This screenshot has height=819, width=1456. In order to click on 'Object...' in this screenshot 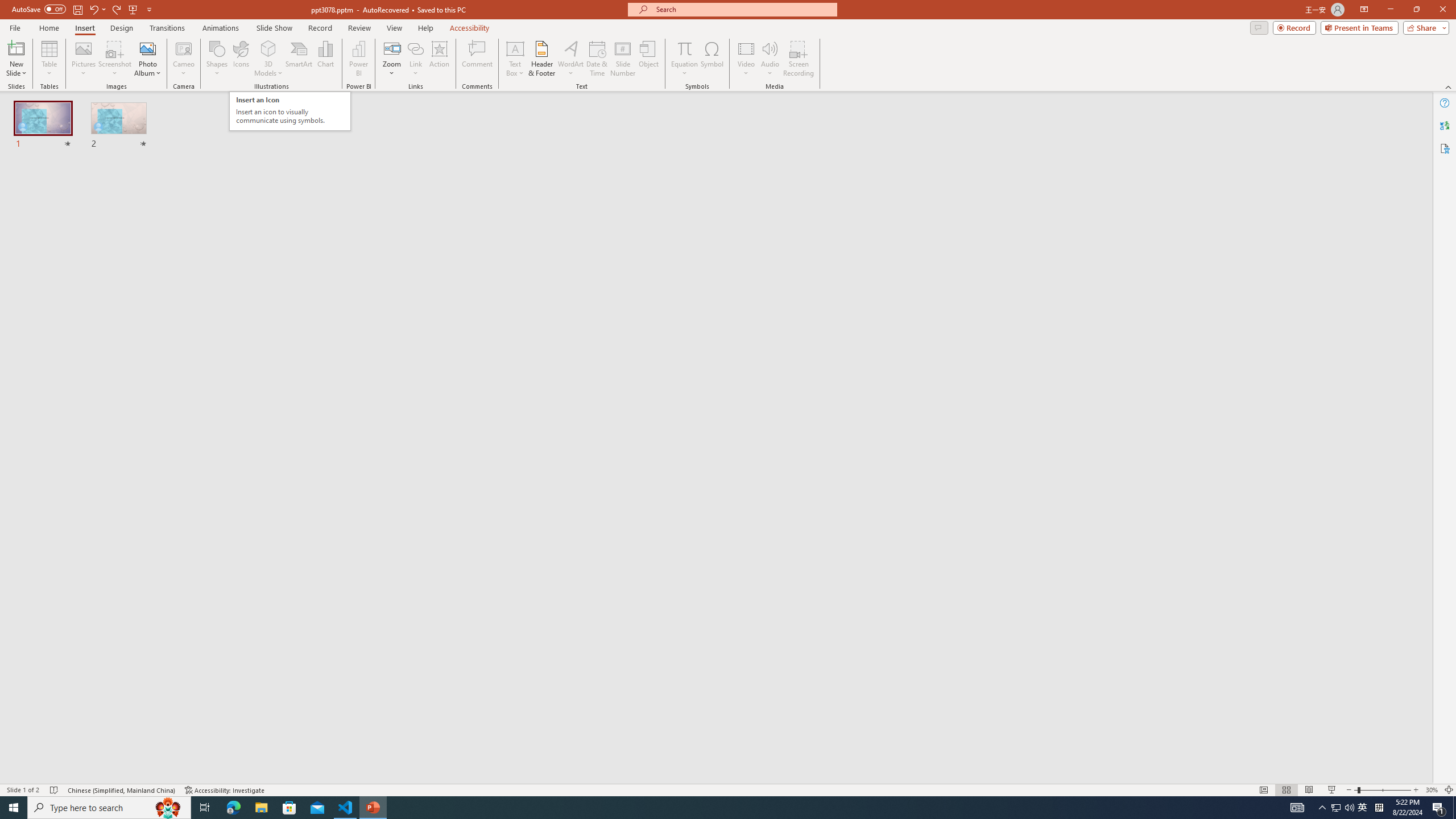, I will do `click(649, 59)`.